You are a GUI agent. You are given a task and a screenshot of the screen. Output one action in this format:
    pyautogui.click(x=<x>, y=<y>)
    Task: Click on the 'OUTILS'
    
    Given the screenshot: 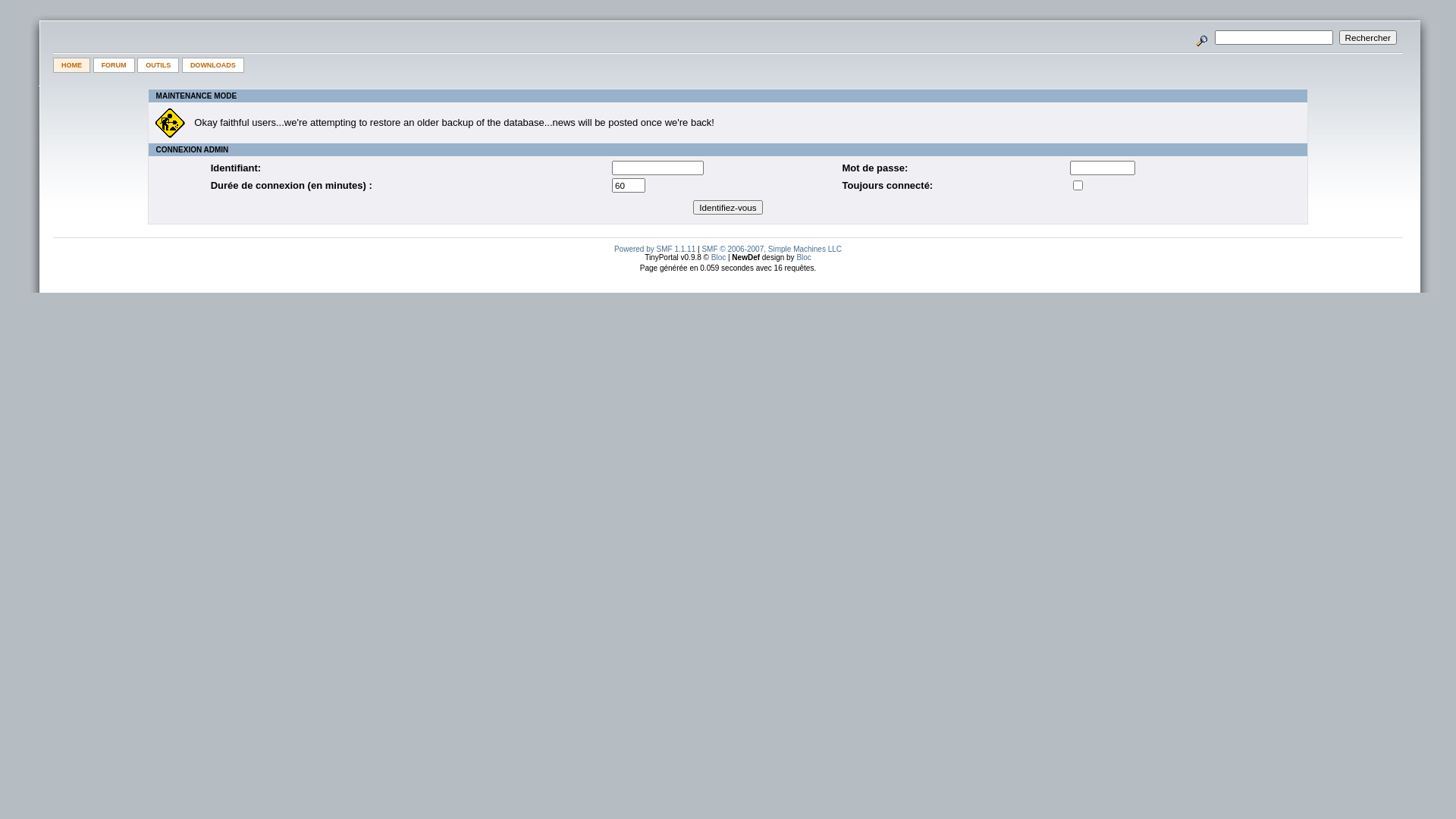 What is the action you would take?
    pyautogui.click(x=158, y=64)
    